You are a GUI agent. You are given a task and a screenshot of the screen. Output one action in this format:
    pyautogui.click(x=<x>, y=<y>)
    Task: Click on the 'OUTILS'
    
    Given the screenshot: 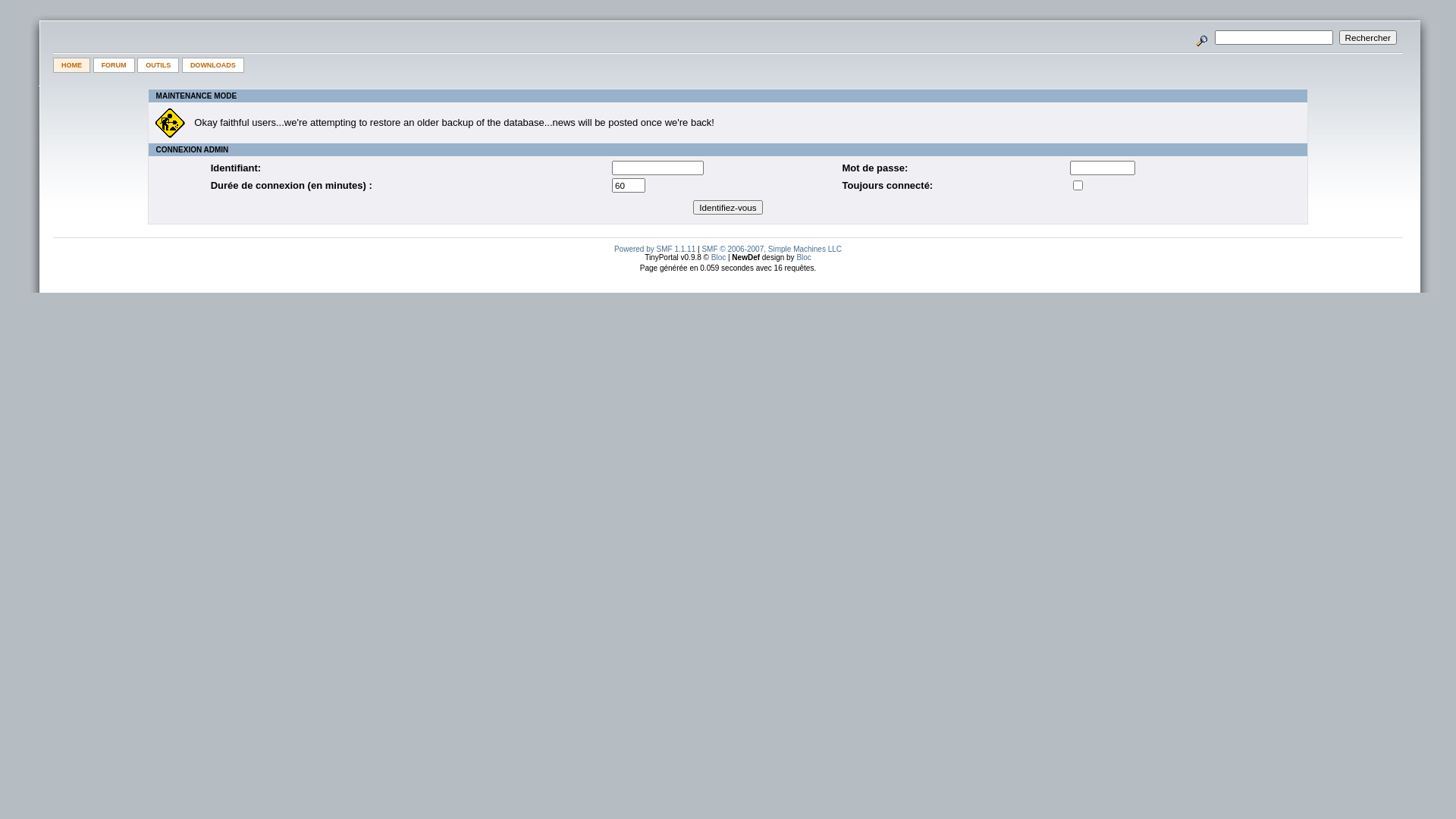 What is the action you would take?
    pyautogui.click(x=158, y=64)
    